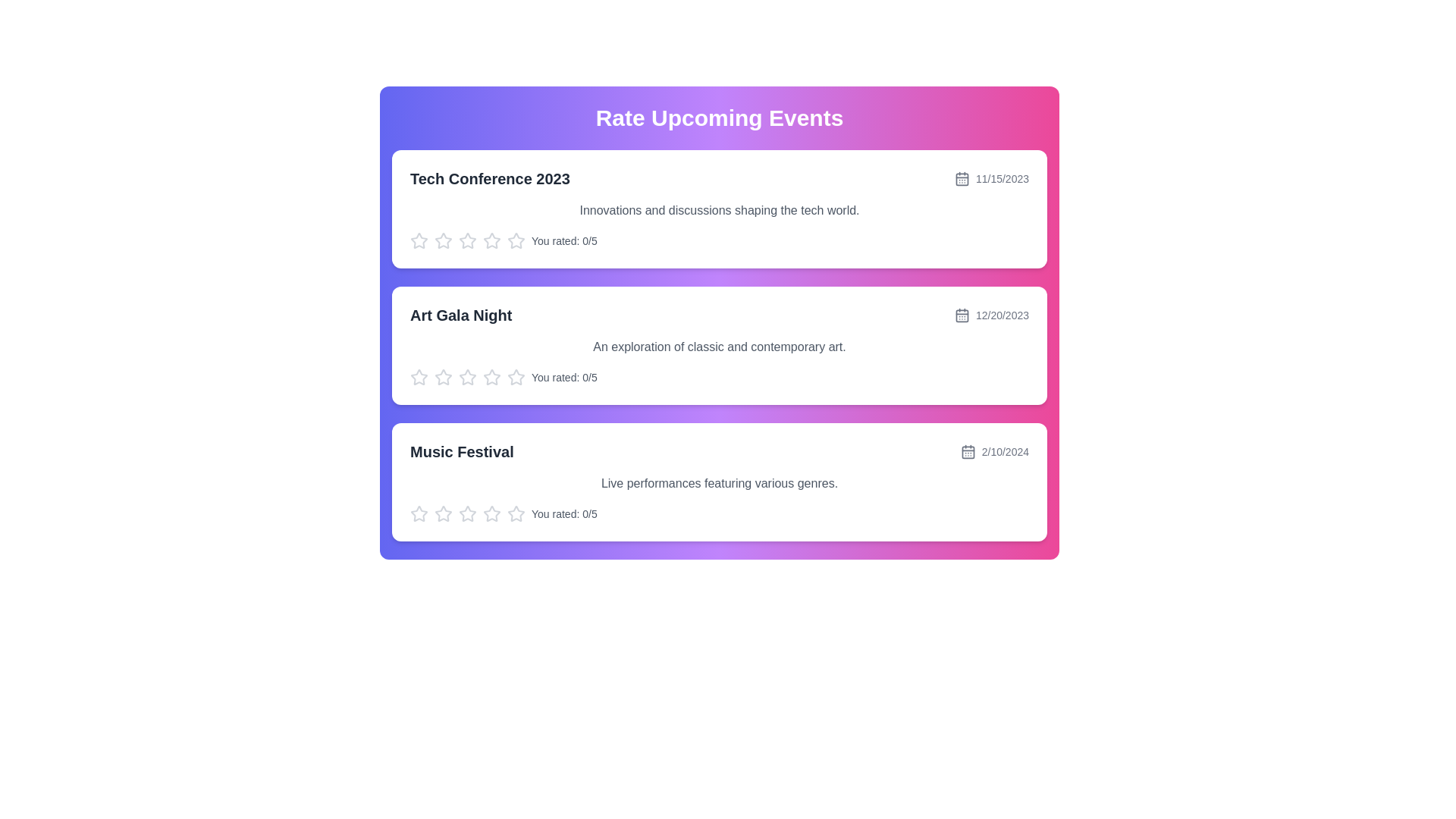  Describe the element at coordinates (516, 240) in the screenshot. I see `the fourth star icon in the rating interface beneath the 'Tech Conference 2023' item` at that location.